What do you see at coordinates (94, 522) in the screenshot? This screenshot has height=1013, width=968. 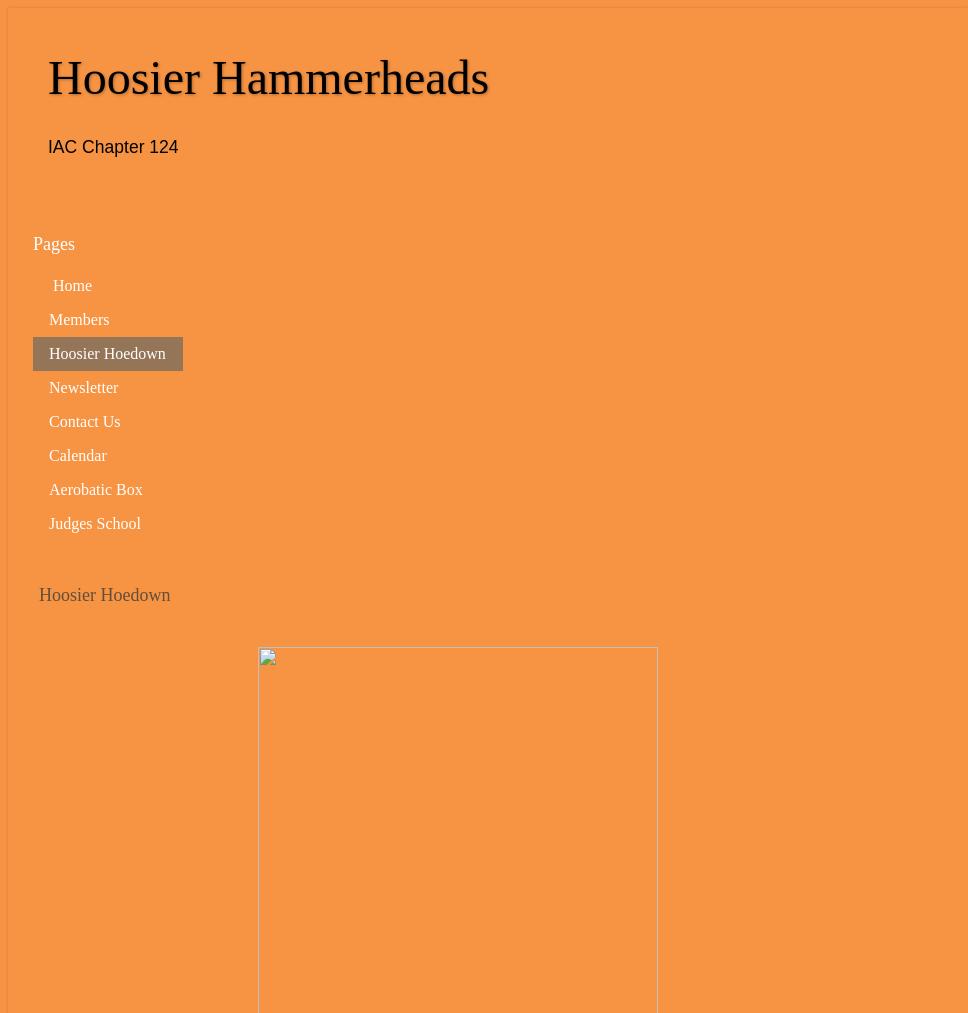 I see `'Judges School'` at bounding box center [94, 522].